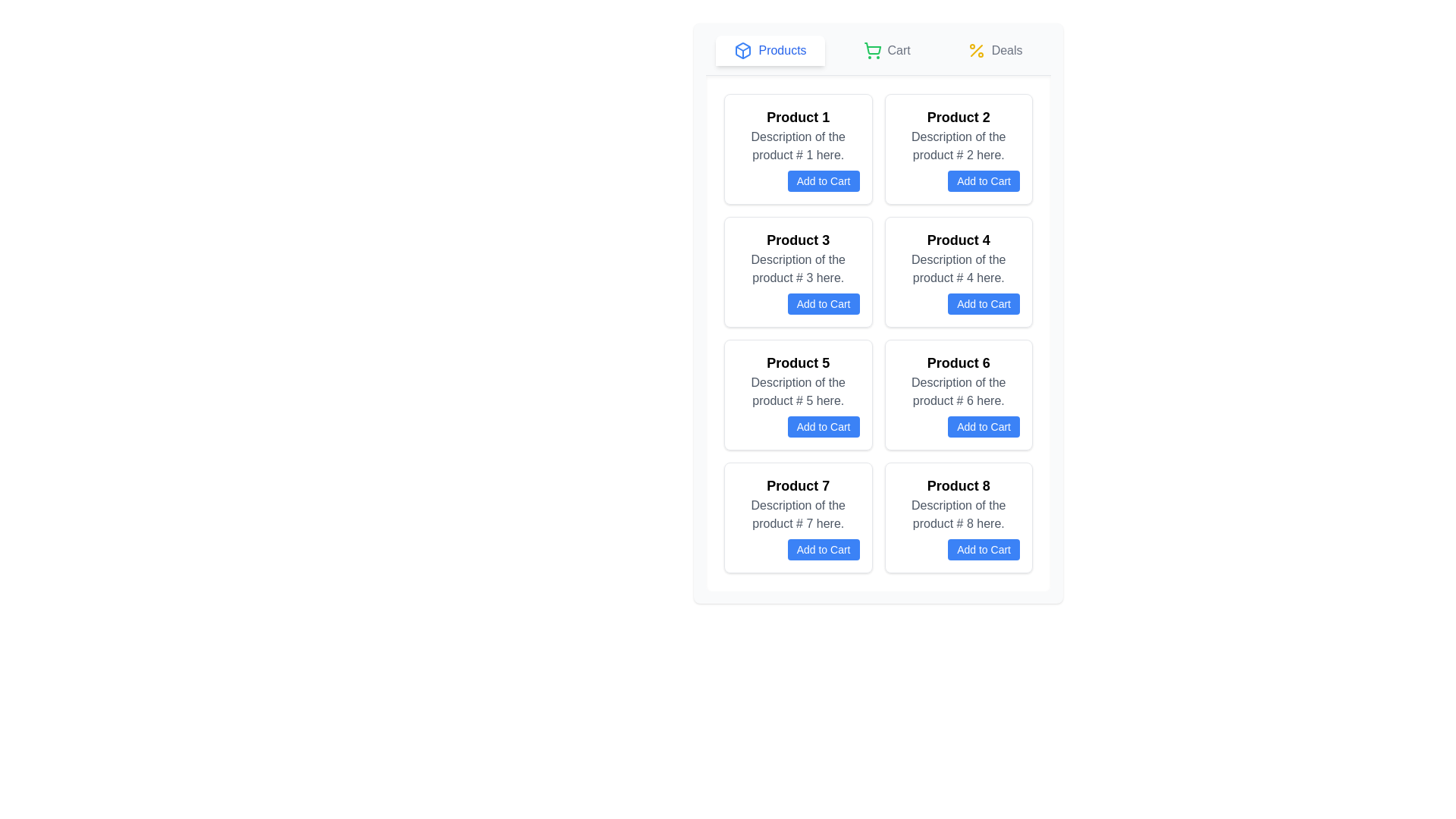  What do you see at coordinates (770, 49) in the screenshot?
I see `the 'Products' navigation tab` at bounding box center [770, 49].